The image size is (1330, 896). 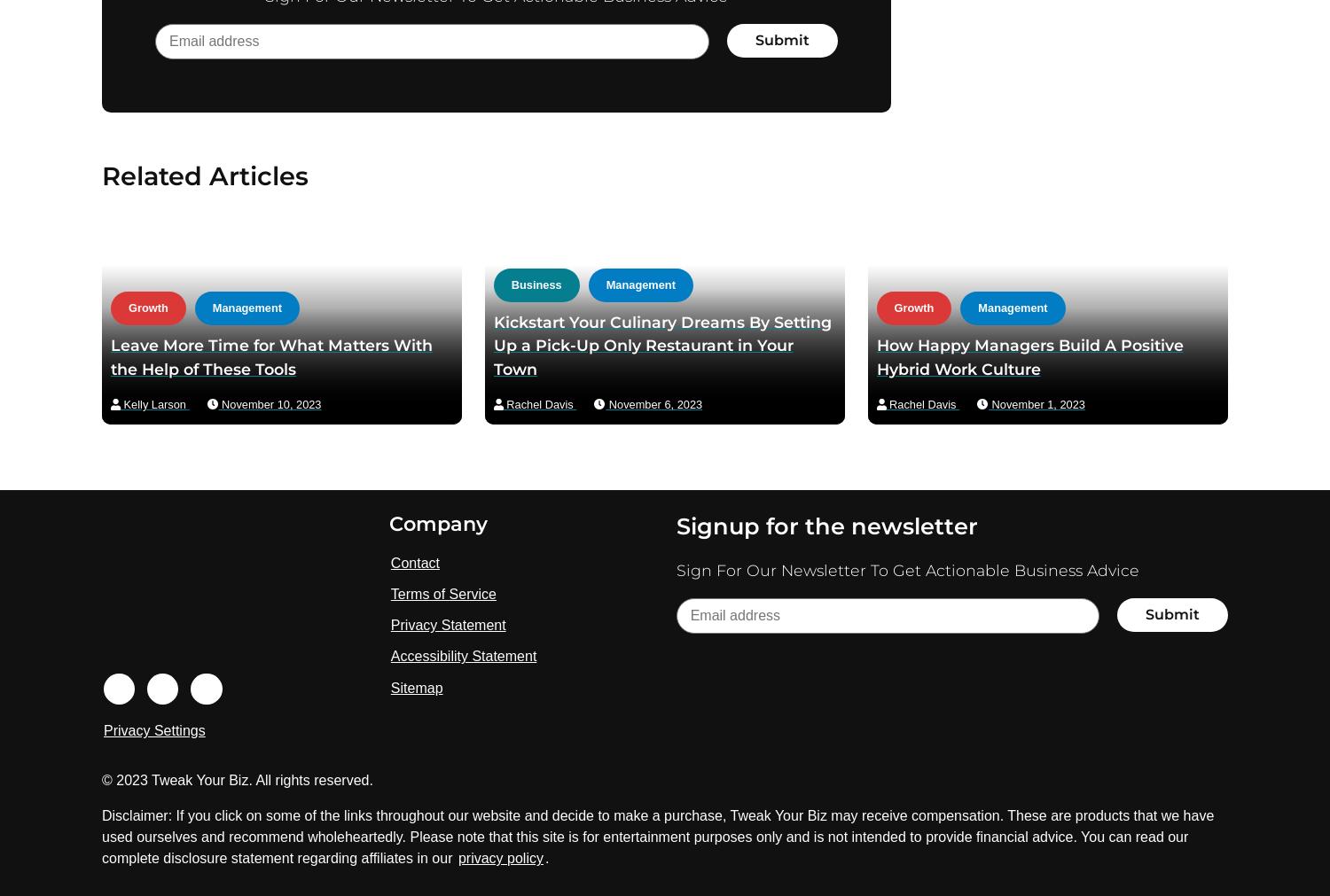 What do you see at coordinates (545, 858) in the screenshot?
I see `'.'` at bounding box center [545, 858].